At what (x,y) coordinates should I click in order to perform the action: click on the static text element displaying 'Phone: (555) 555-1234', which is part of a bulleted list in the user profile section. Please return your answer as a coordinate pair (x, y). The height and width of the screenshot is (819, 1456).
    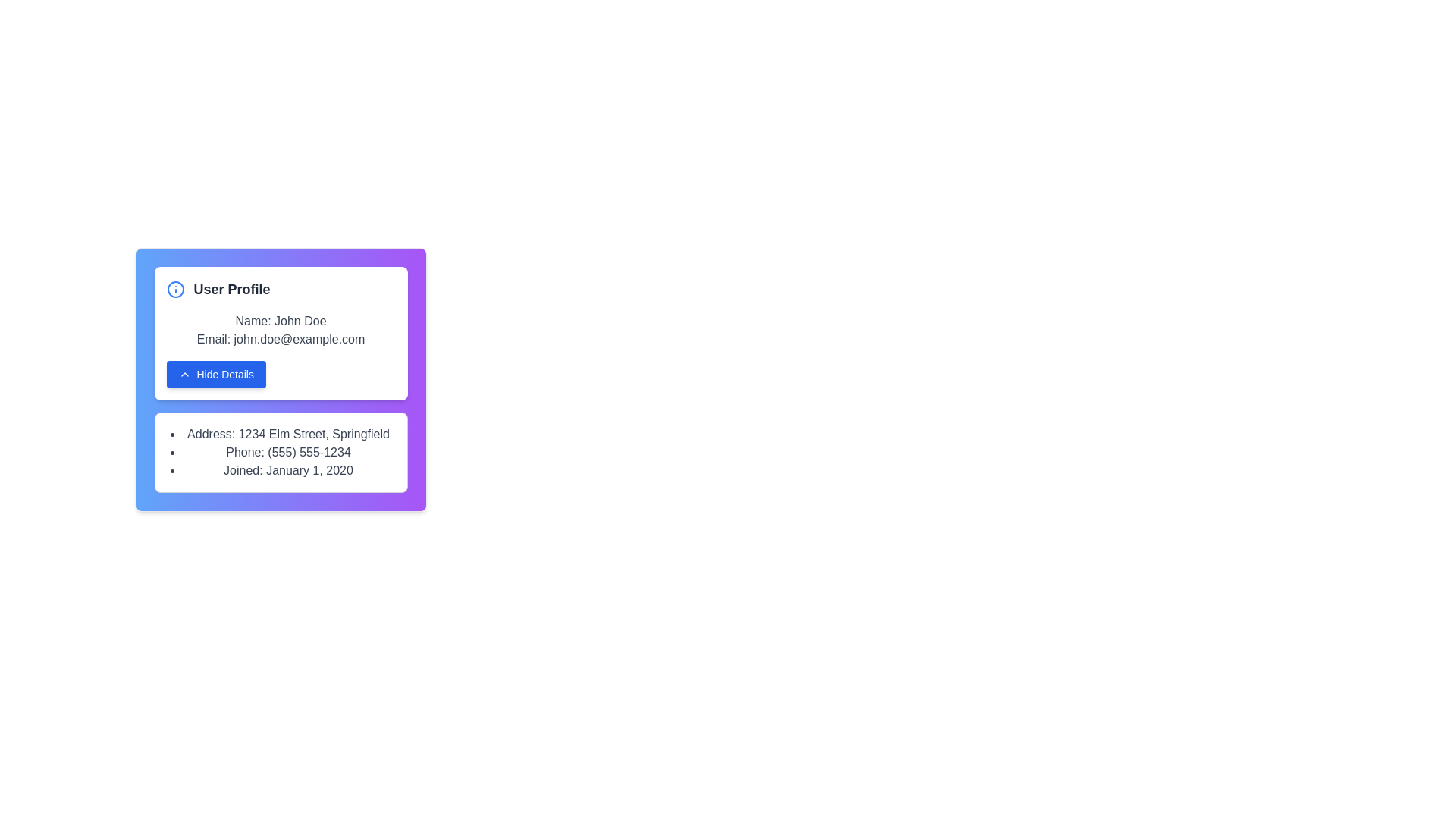
    Looking at the image, I should click on (288, 452).